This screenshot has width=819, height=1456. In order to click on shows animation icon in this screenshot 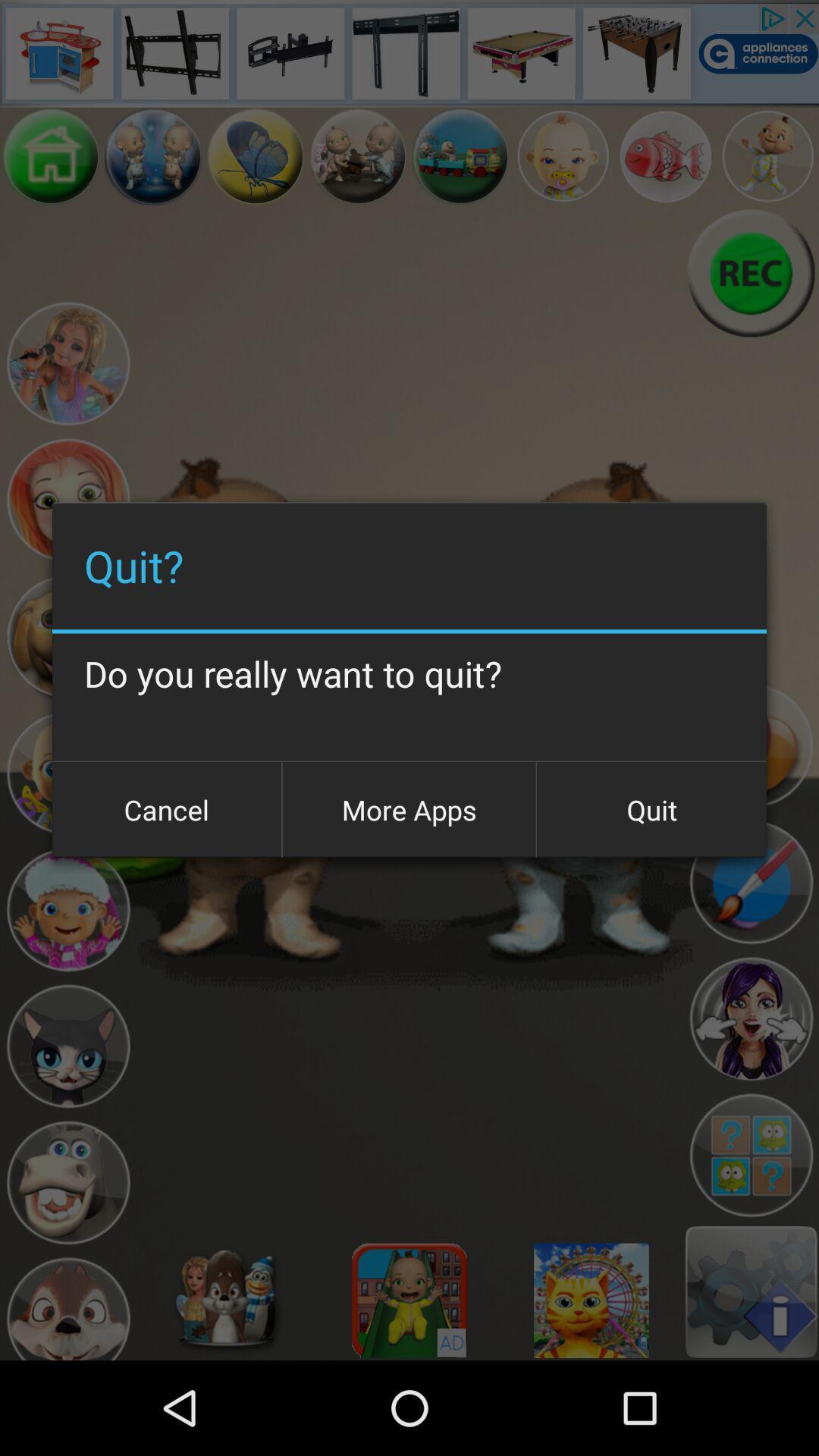, I will do `click(67, 910)`.